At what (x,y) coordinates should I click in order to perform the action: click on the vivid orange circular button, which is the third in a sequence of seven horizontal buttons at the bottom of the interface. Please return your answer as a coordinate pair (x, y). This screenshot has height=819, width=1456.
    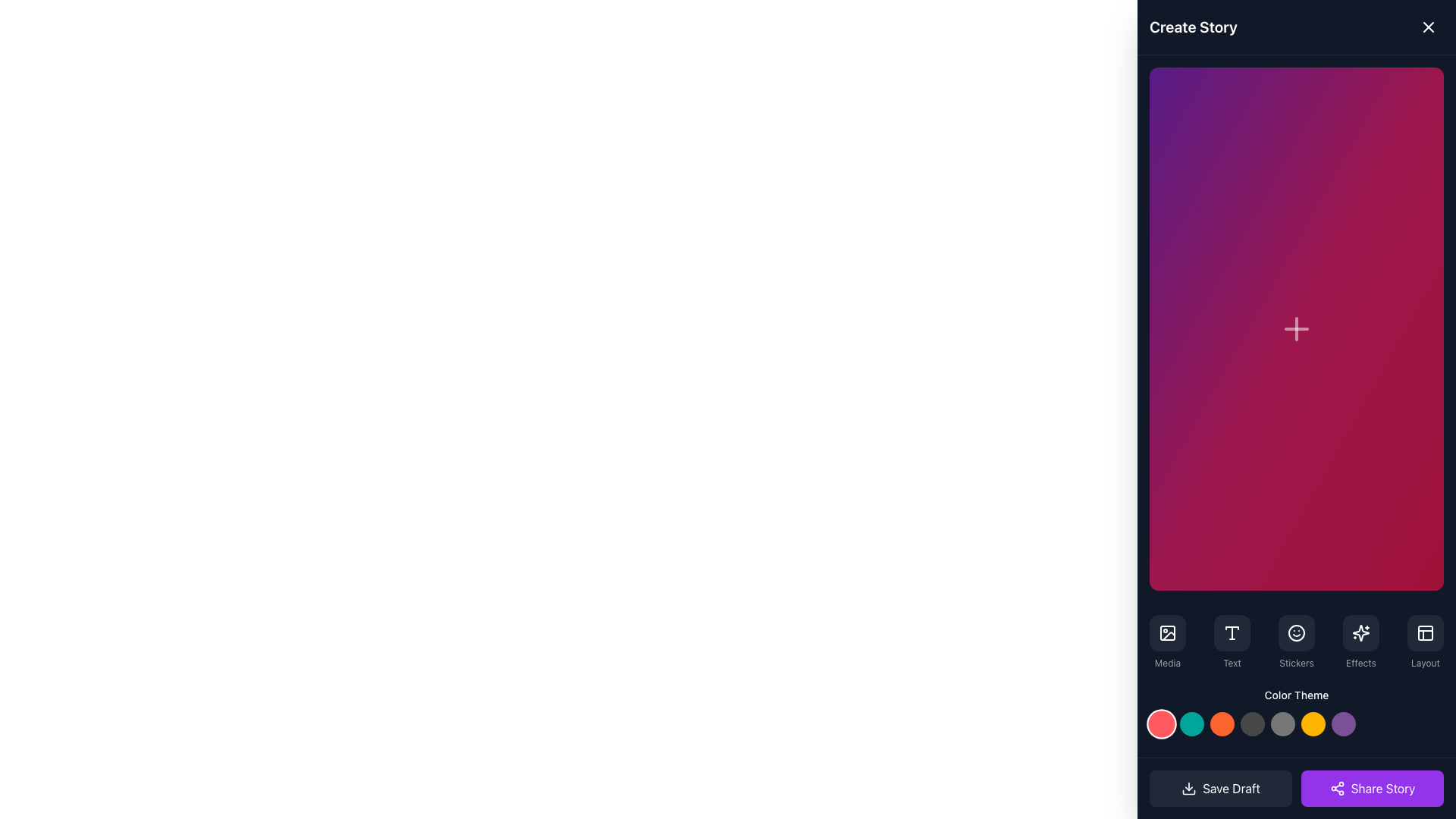
    Looking at the image, I should click on (1222, 722).